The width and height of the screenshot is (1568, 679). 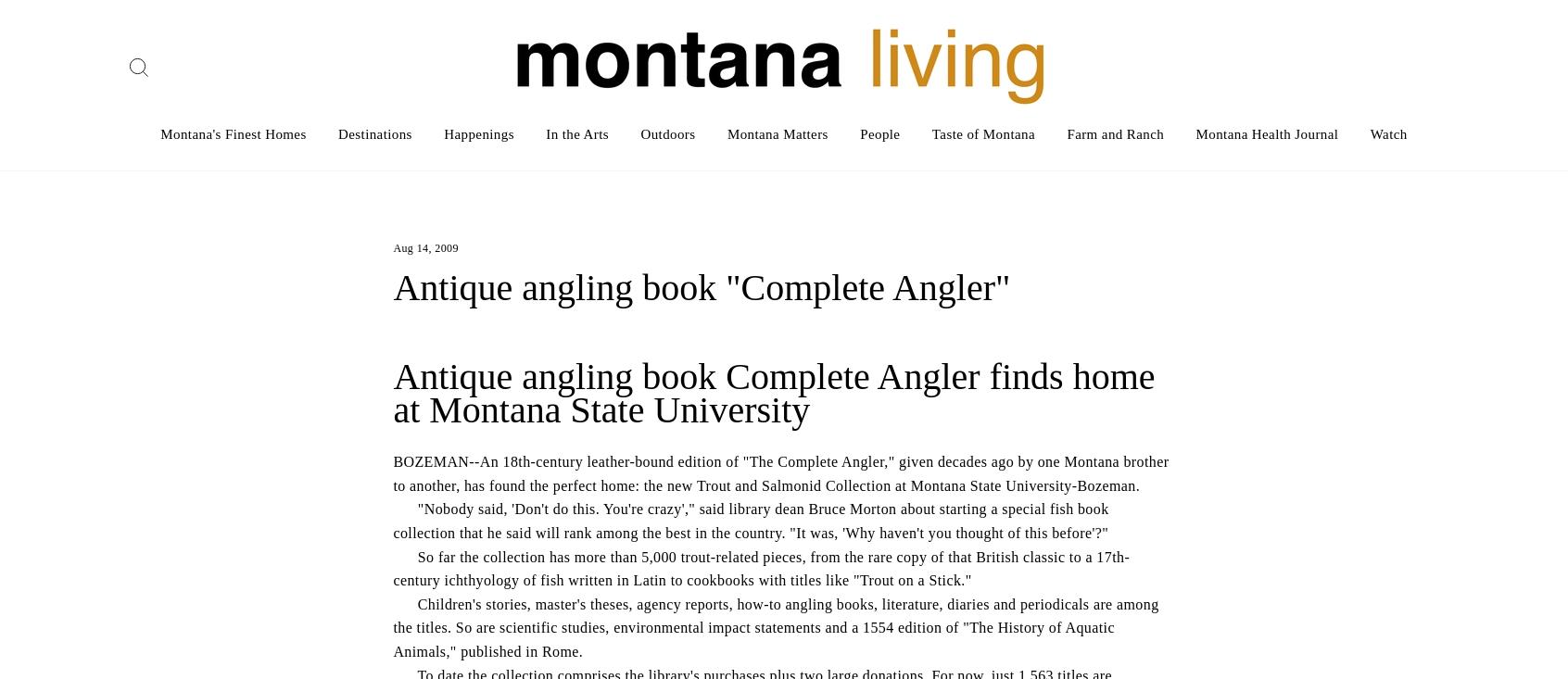 I want to click on 'Happenings', so click(x=478, y=133).